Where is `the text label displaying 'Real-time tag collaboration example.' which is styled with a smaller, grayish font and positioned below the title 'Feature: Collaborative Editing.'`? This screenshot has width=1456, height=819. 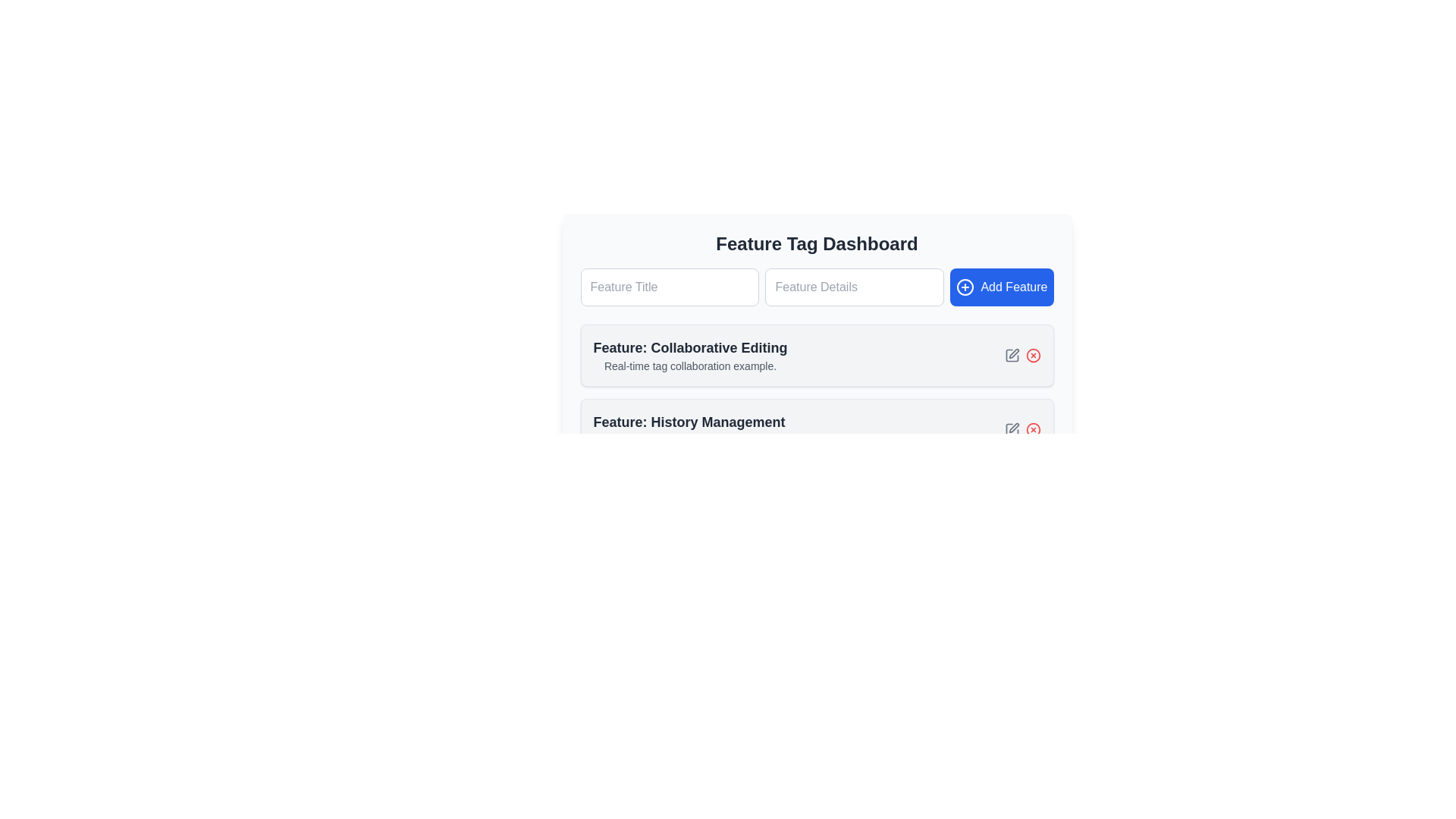 the text label displaying 'Real-time tag collaboration example.' which is styled with a smaller, grayish font and positioned below the title 'Feature: Collaborative Editing.' is located at coordinates (689, 366).